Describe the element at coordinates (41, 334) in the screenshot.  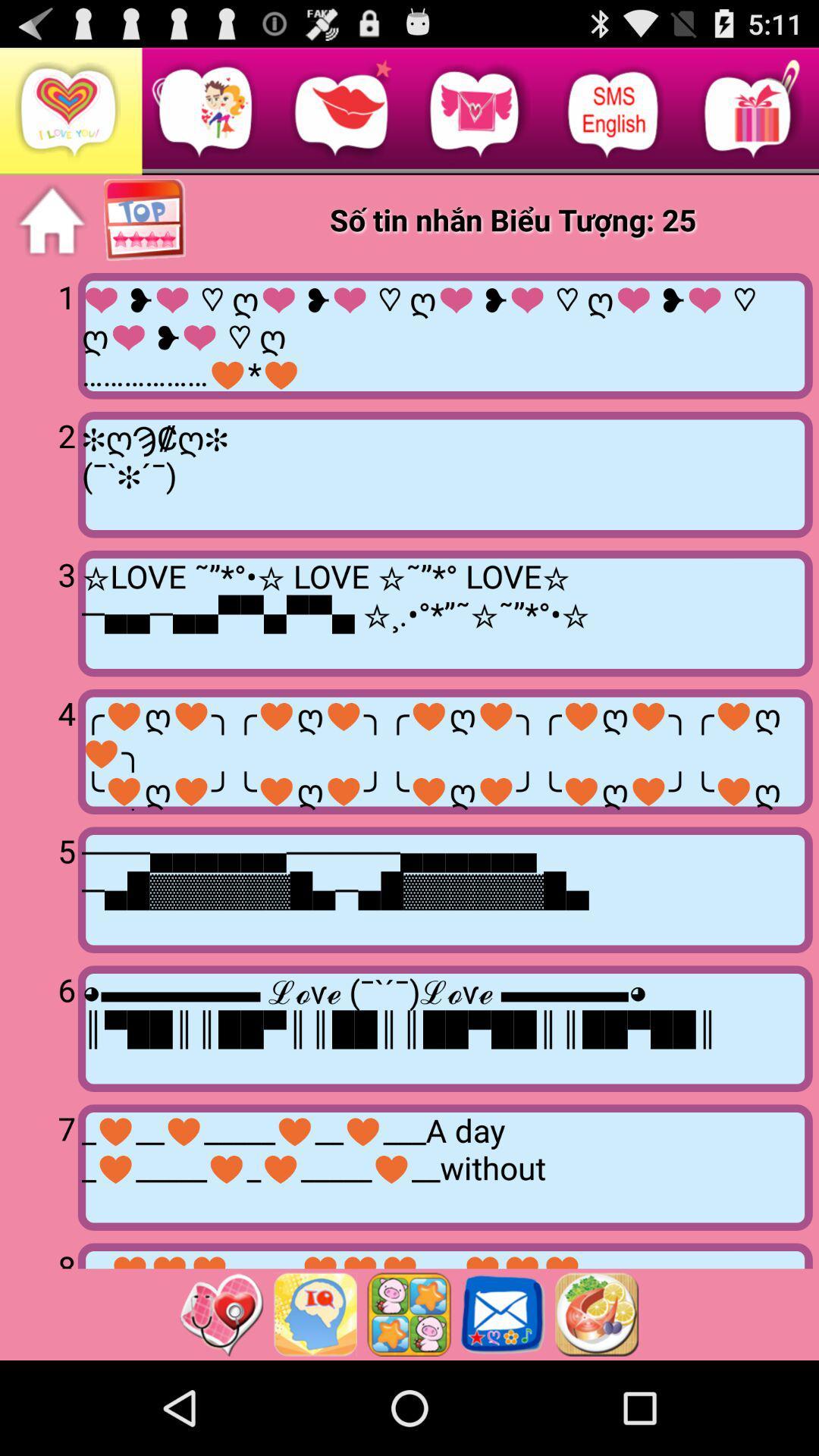
I see `the item above the 2 icon` at that location.